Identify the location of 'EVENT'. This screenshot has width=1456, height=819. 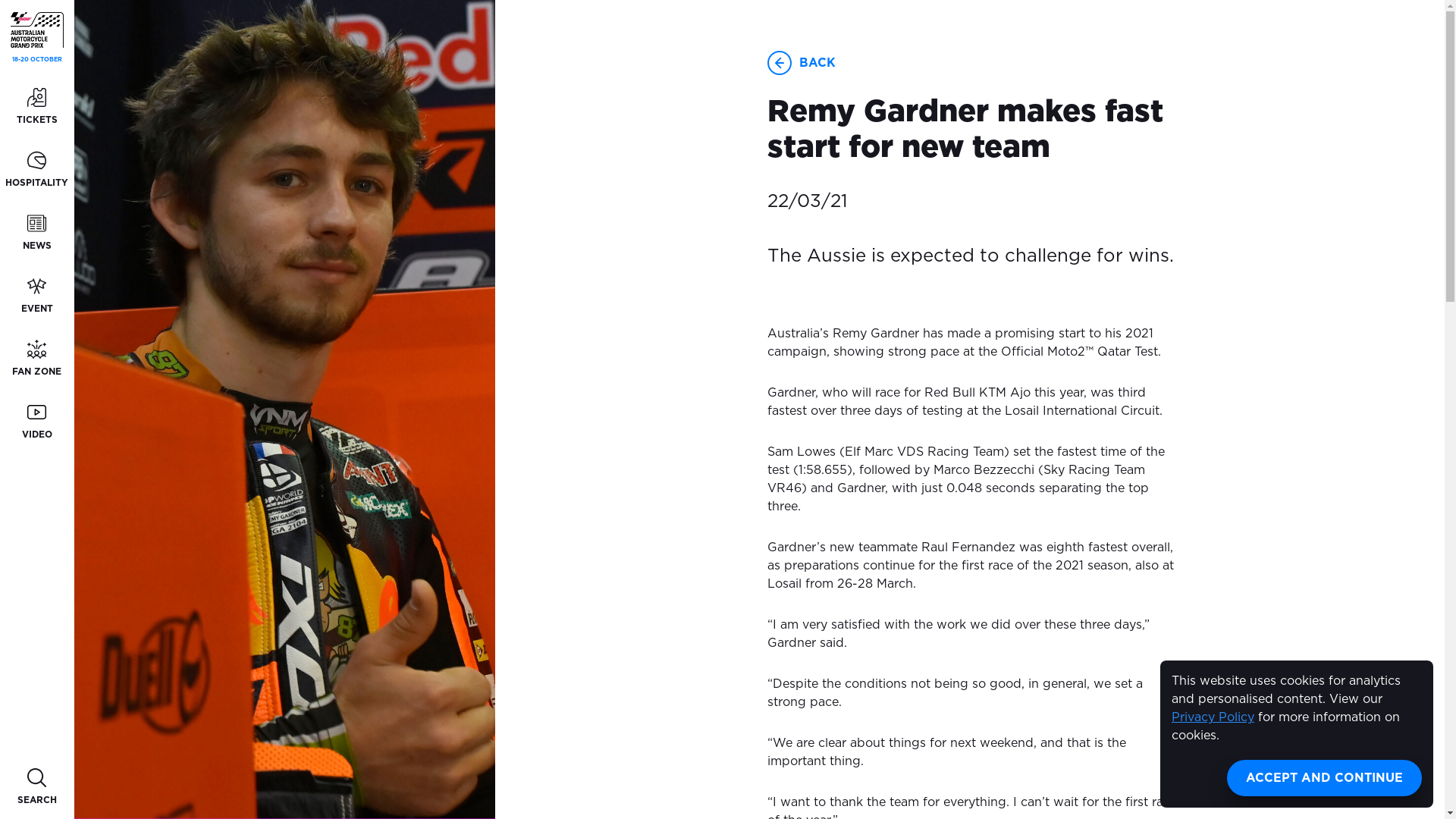
(36, 296).